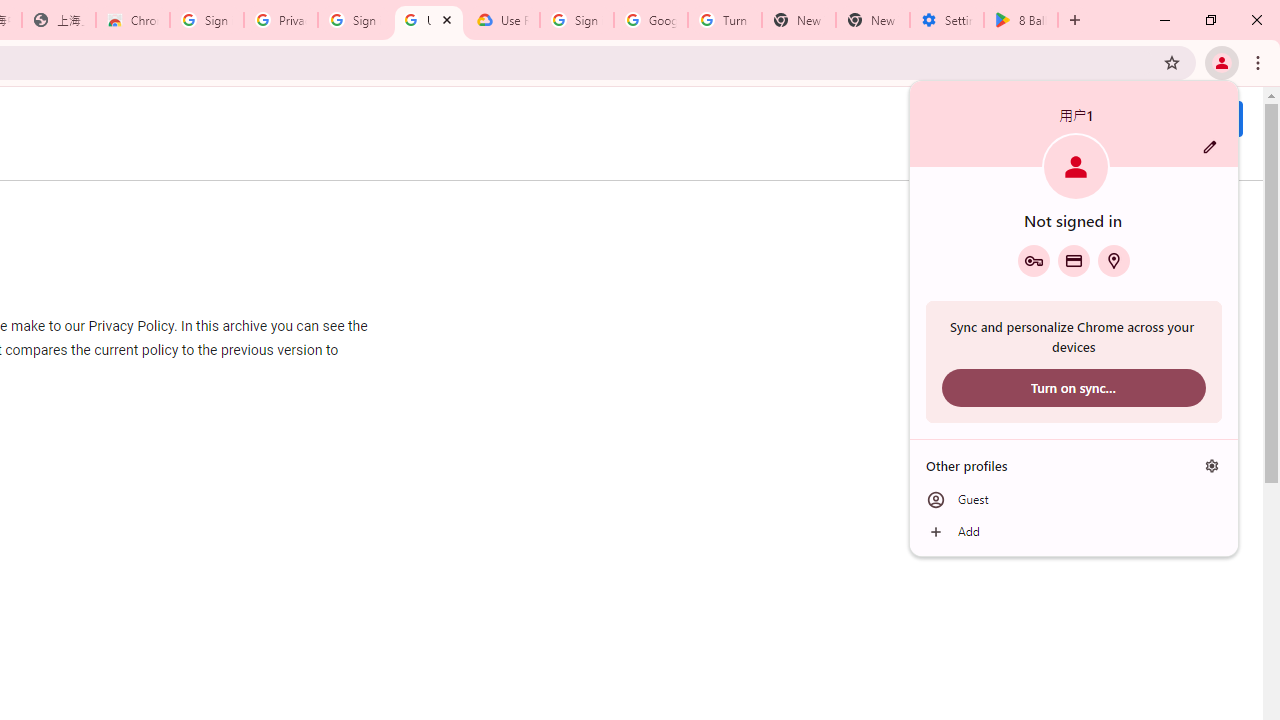 The height and width of the screenshot is (720, 1280). Describe the element at coordinates (1209, 146) in the screenshot. I see `'Customize profile'` at that location.